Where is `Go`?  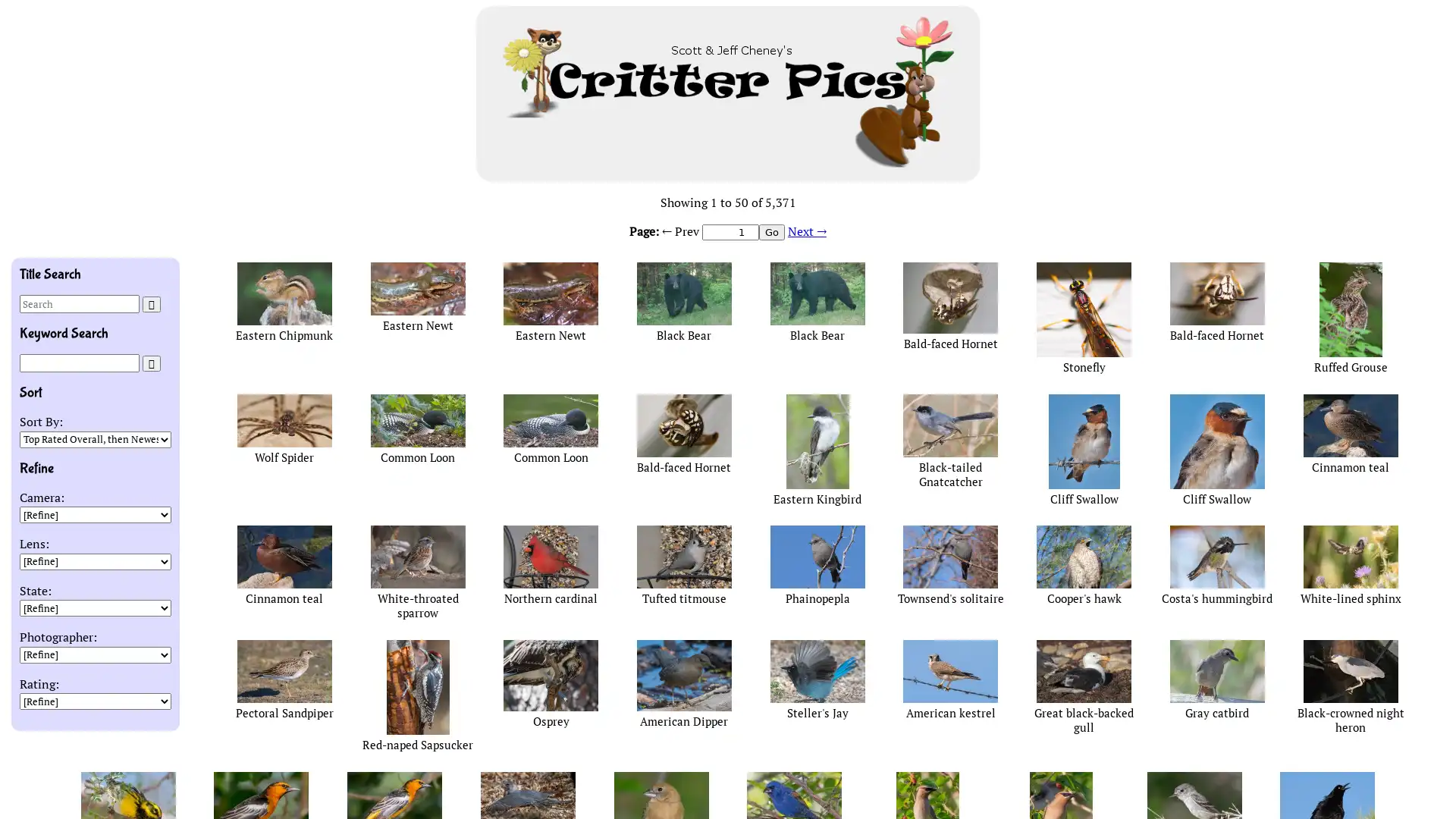
Go is located at coordinates (771, 232).